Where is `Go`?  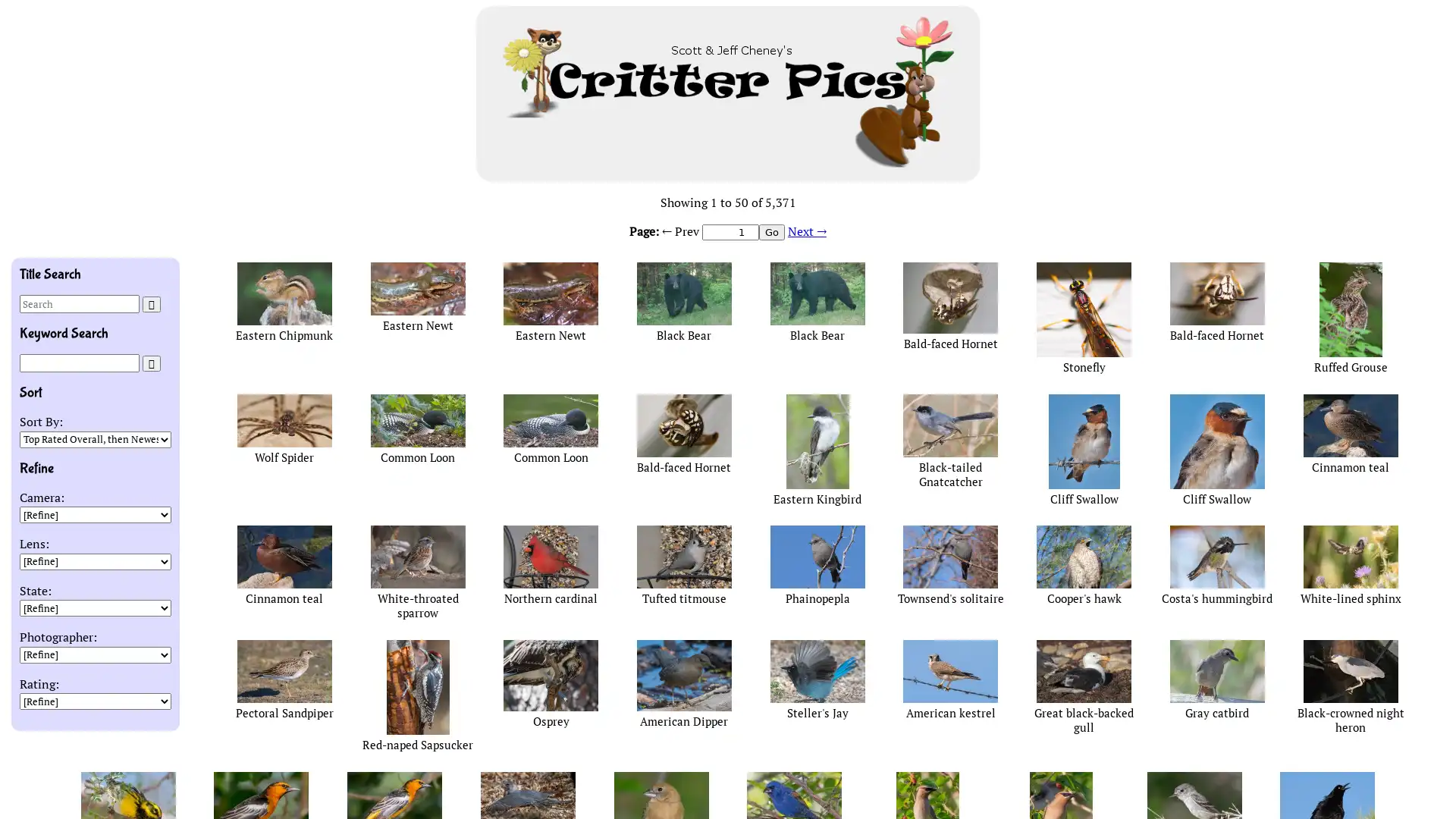
Go is located at coordinates (771, 232).